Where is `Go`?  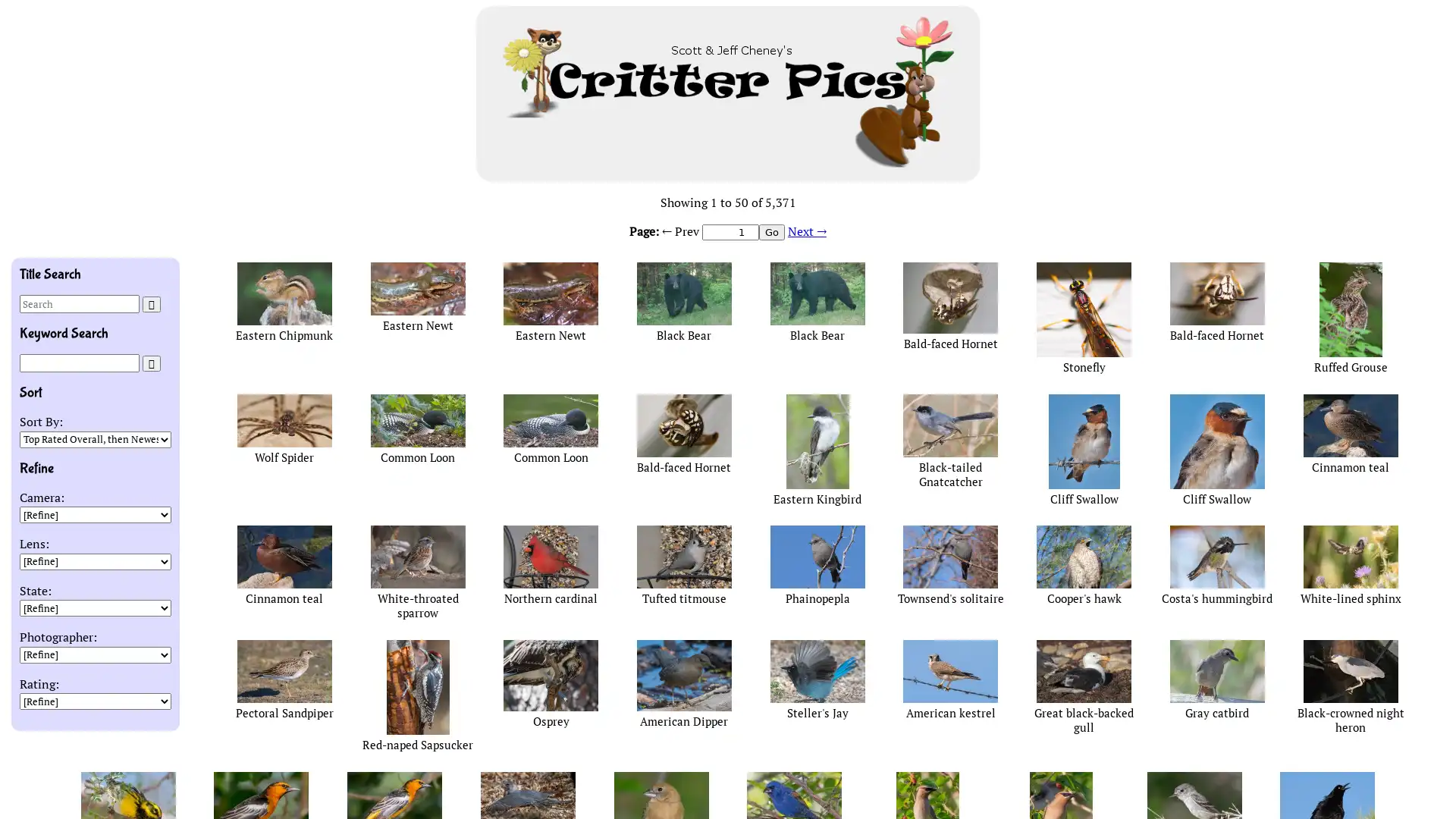
Go is located at coordinates (771, 232).